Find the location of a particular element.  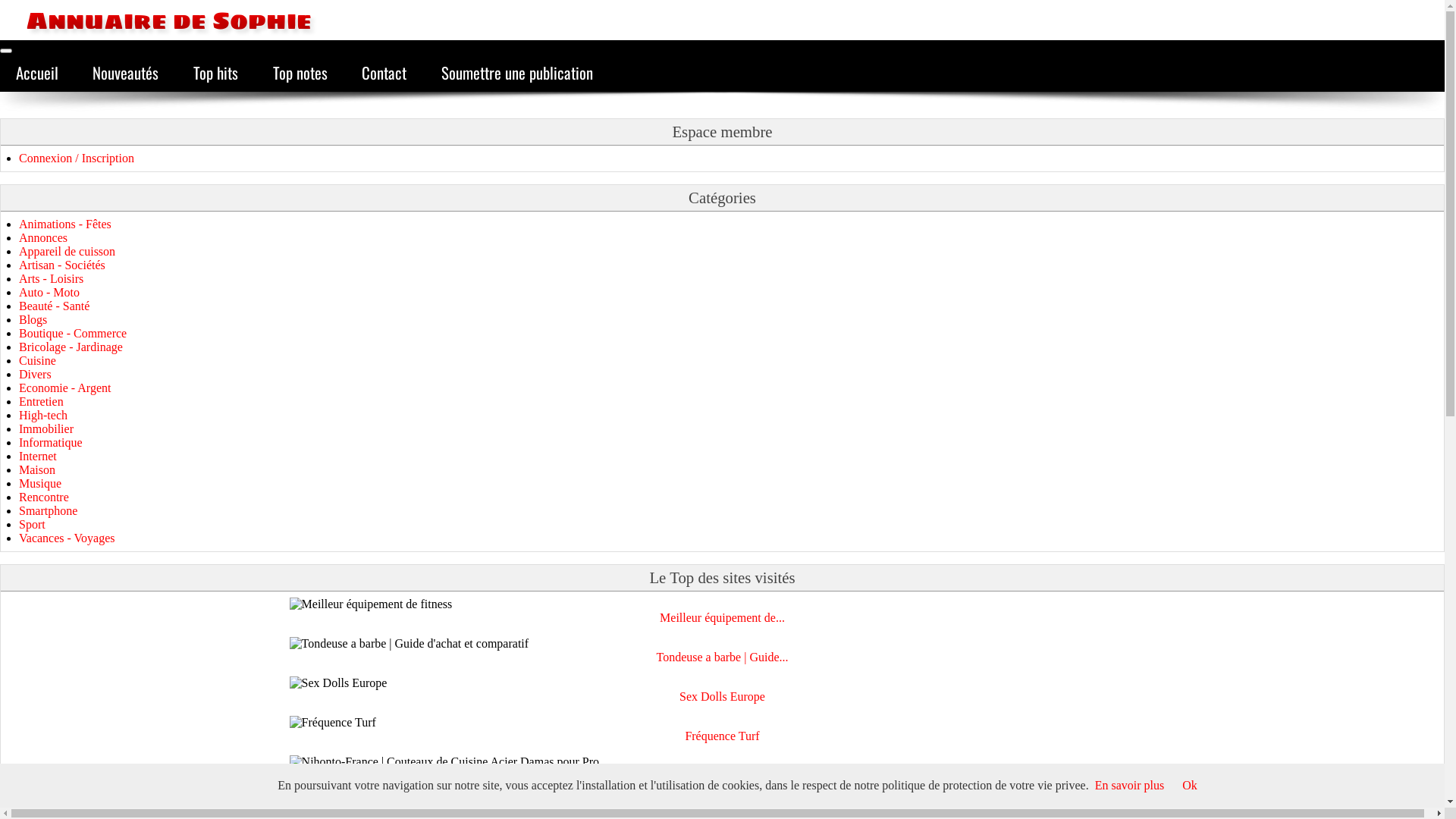

'Connexion / Inscription' is located at coordinates (18, 158).